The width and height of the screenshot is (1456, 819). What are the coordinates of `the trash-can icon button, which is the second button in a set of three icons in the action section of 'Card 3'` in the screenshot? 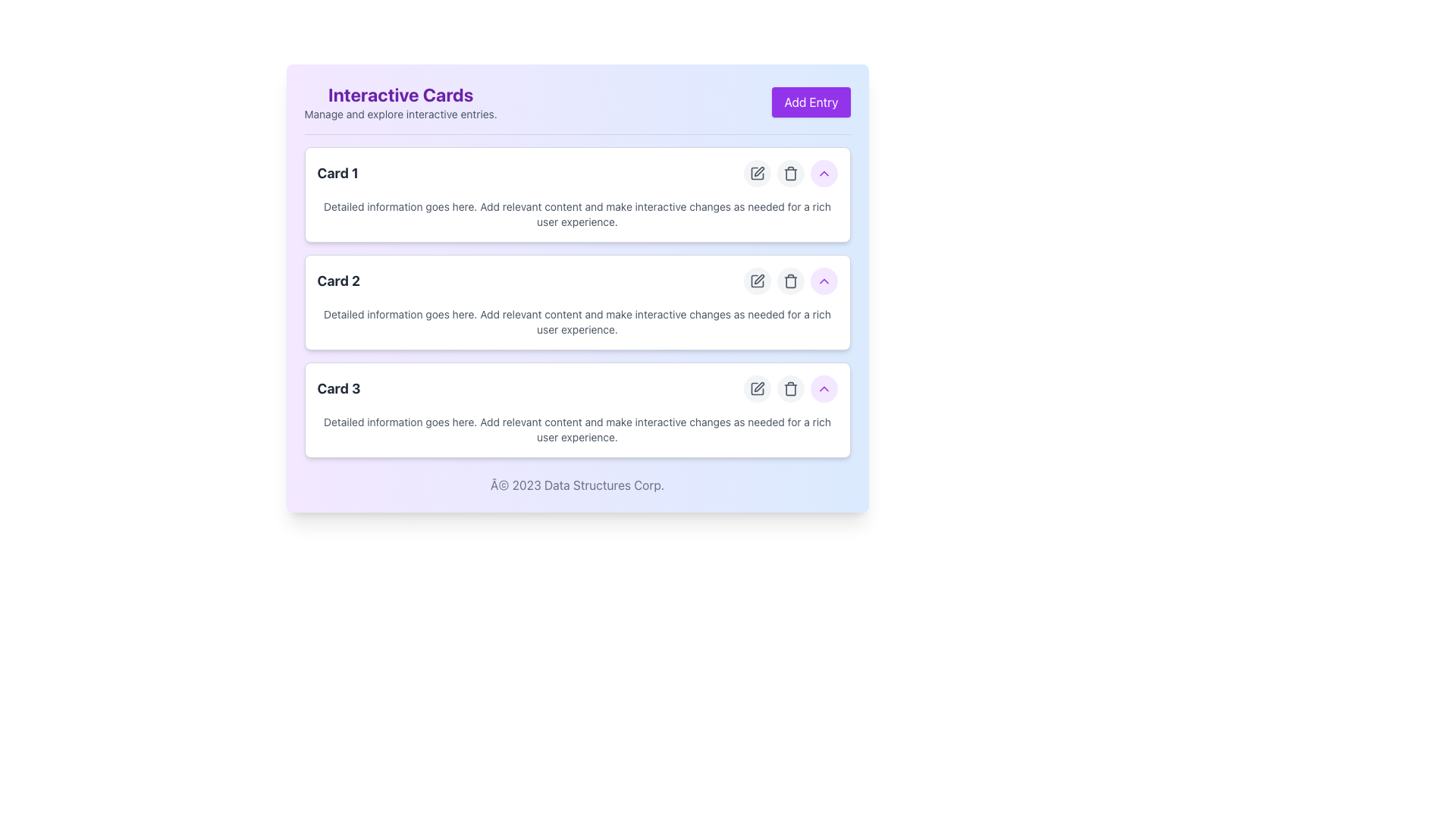 It's located at (789, 388).